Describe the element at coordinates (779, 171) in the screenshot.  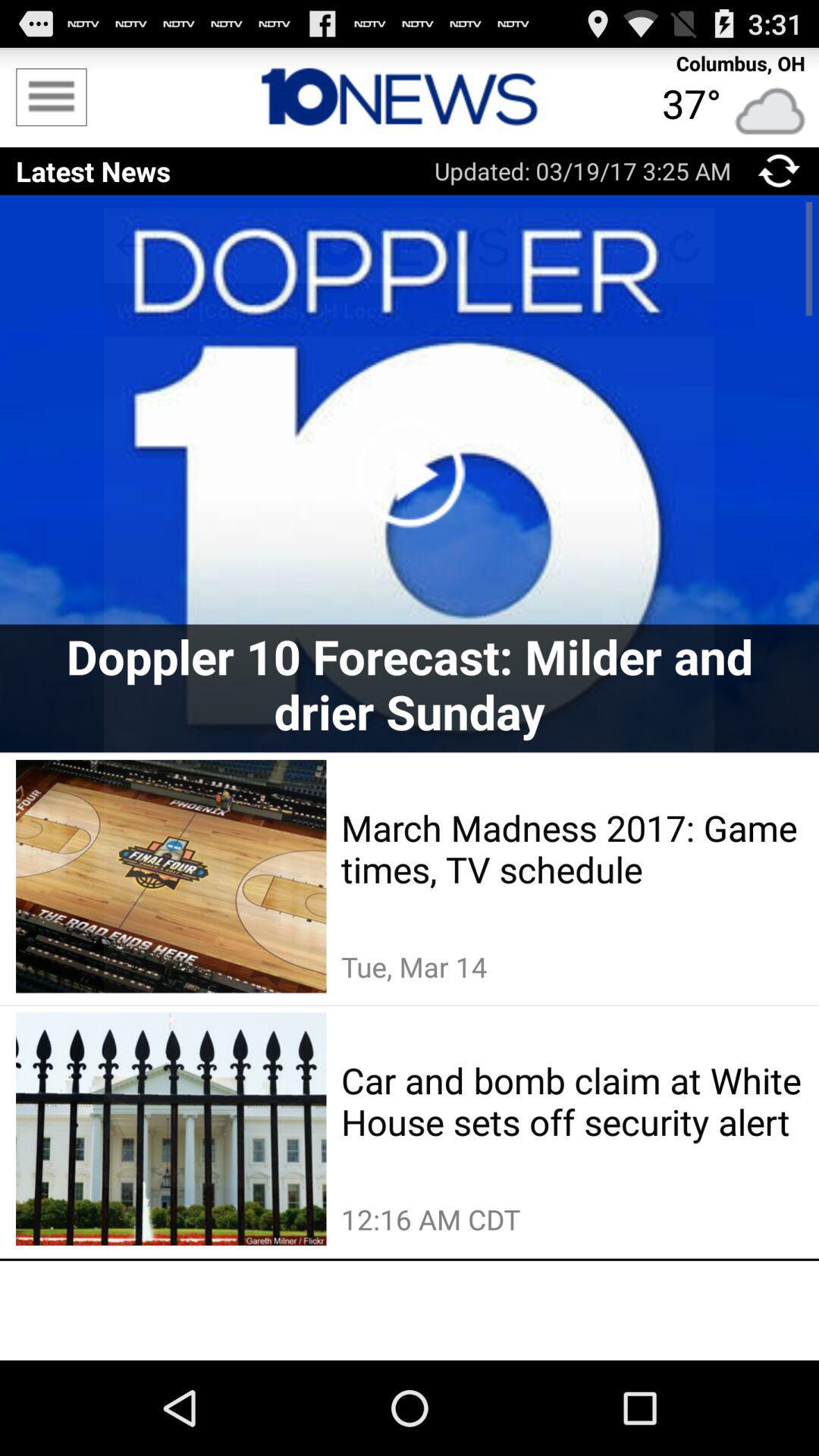
I see `the app next to updated 03 19 icon` at that location.